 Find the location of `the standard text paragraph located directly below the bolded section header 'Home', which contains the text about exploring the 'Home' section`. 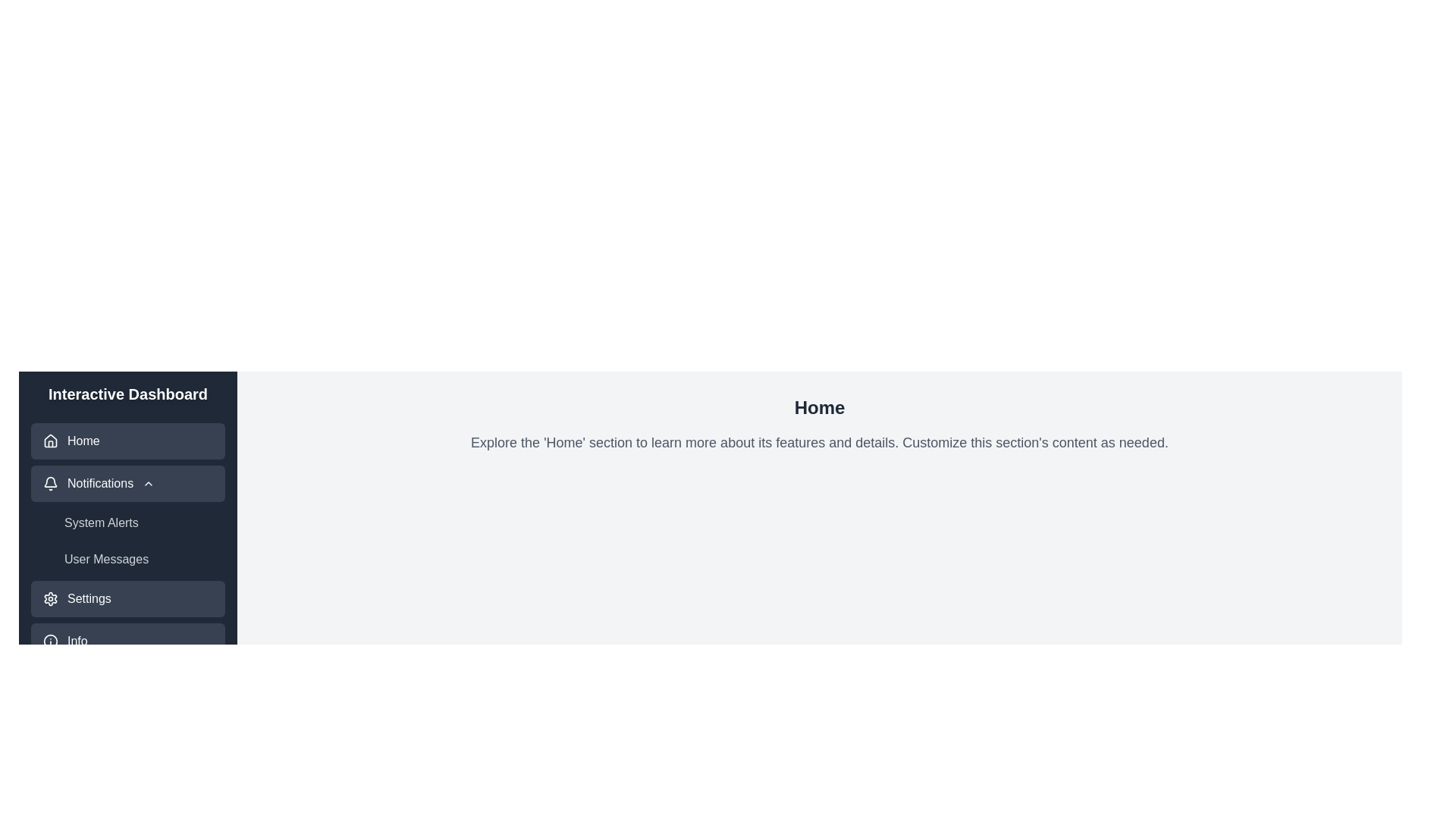

the standard text paragraph located directly below the bolded section header 'Home', which contains the text about exploring the 'Home' section is located at coordinates (818, 442).